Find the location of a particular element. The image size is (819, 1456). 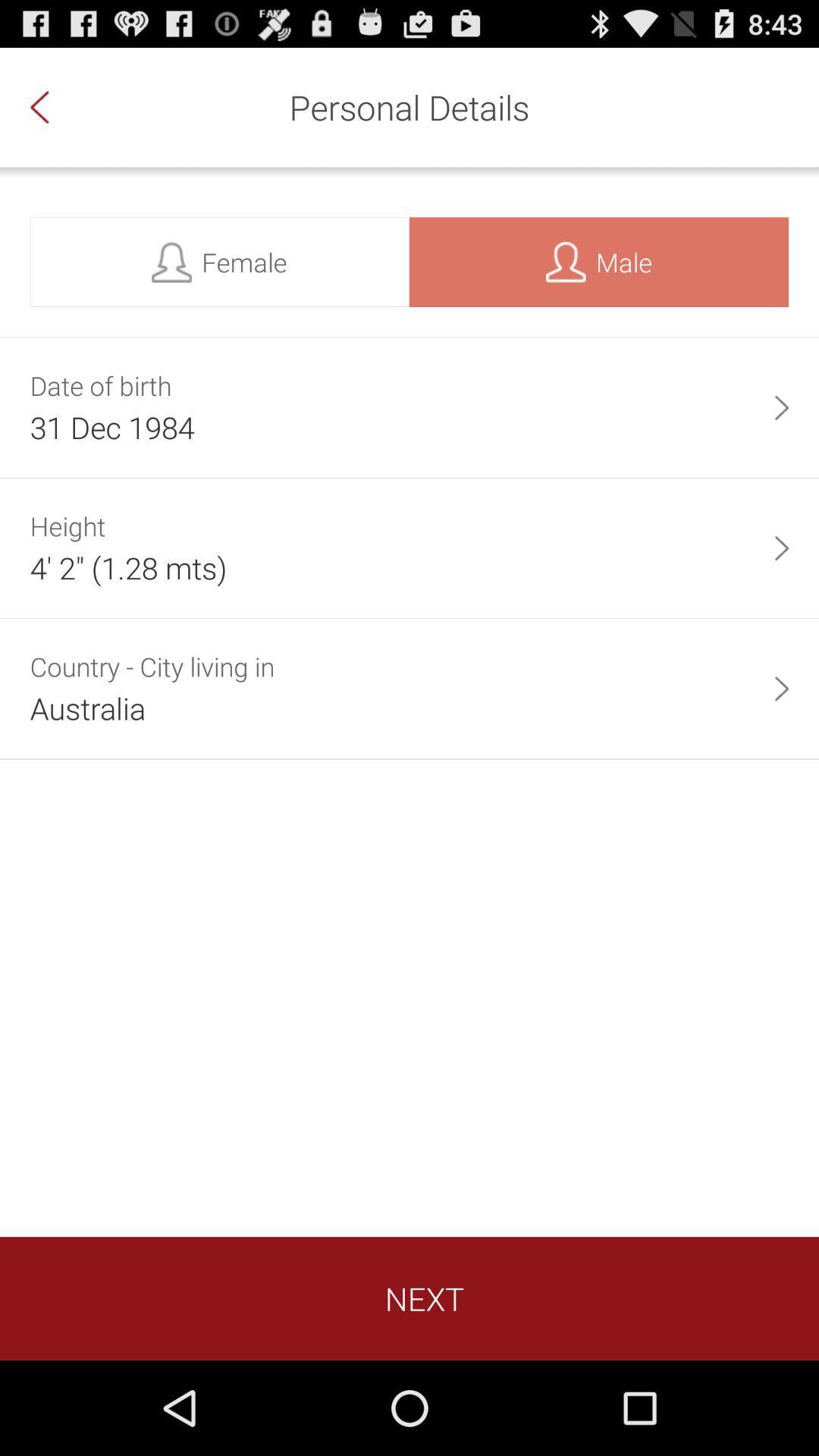

the icon next to country city living item is located at coordinates (781, 688).